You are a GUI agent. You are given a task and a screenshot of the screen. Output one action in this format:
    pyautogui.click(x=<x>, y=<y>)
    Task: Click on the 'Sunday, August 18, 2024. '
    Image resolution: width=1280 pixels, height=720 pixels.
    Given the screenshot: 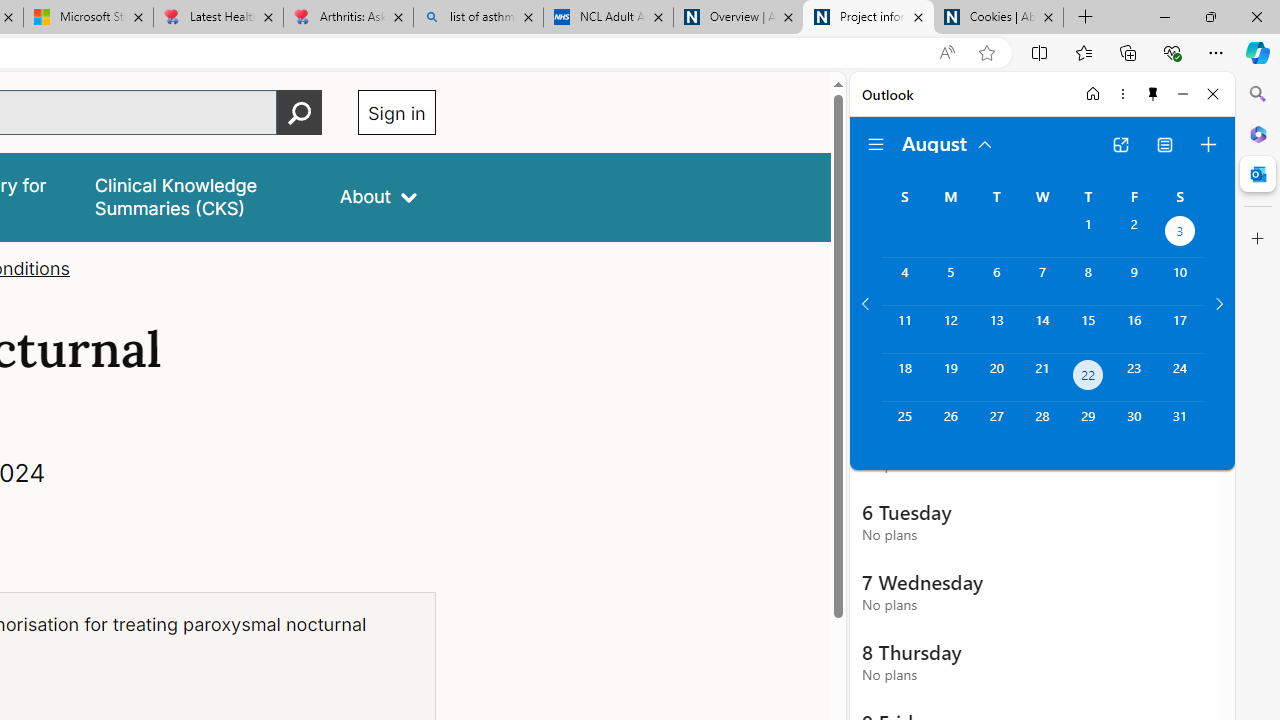 What is the action you would take?
    pyautogui.click(x=903, y=377)
    